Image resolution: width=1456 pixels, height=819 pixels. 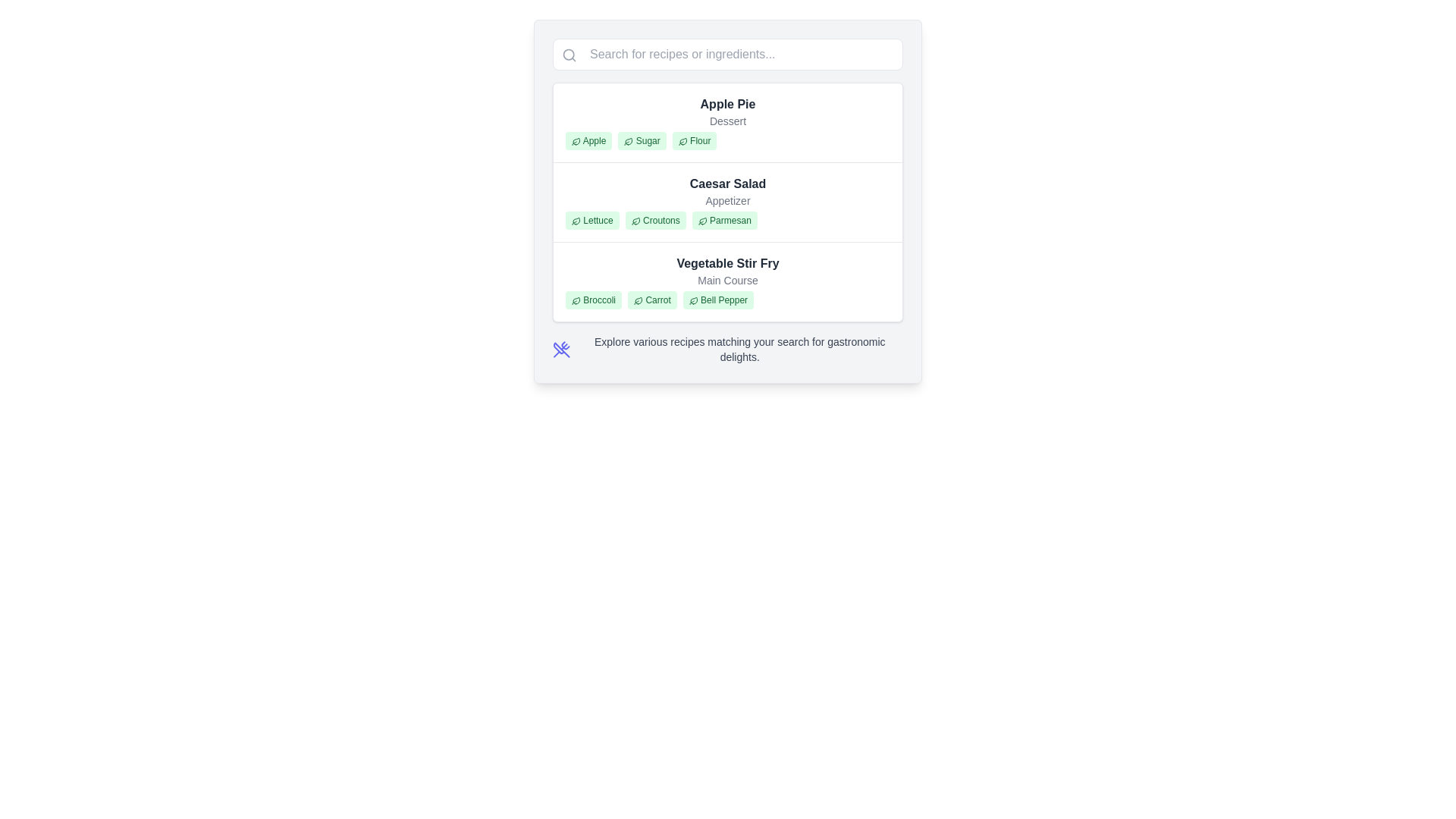 I want to click on information provided in the informational section that features an icon of crossed utensils and descriptive text about exploring various recipes, so click(x=728, y=350).